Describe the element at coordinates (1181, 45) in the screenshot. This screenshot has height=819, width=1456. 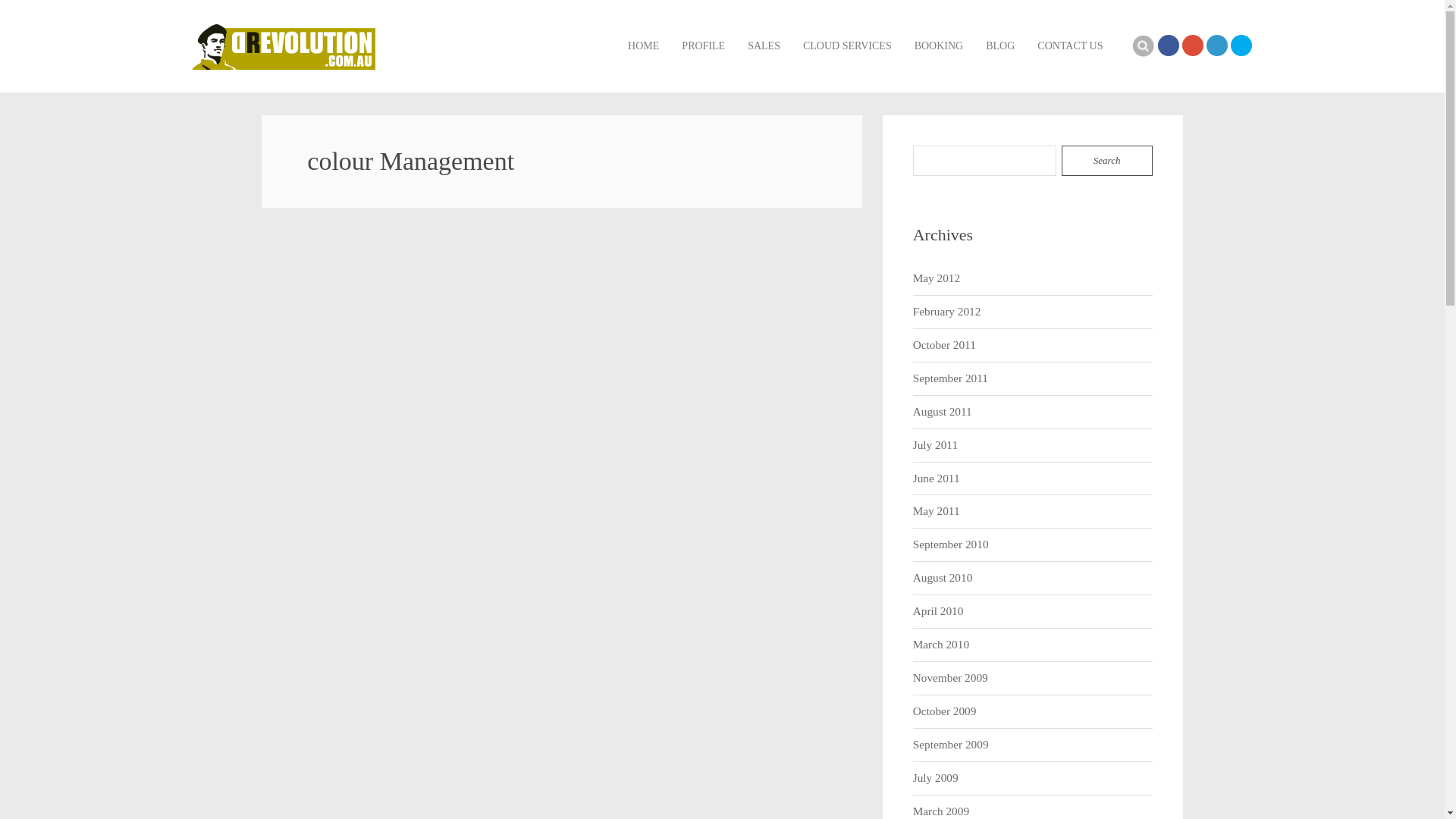
I see `'Google+'` at that location.